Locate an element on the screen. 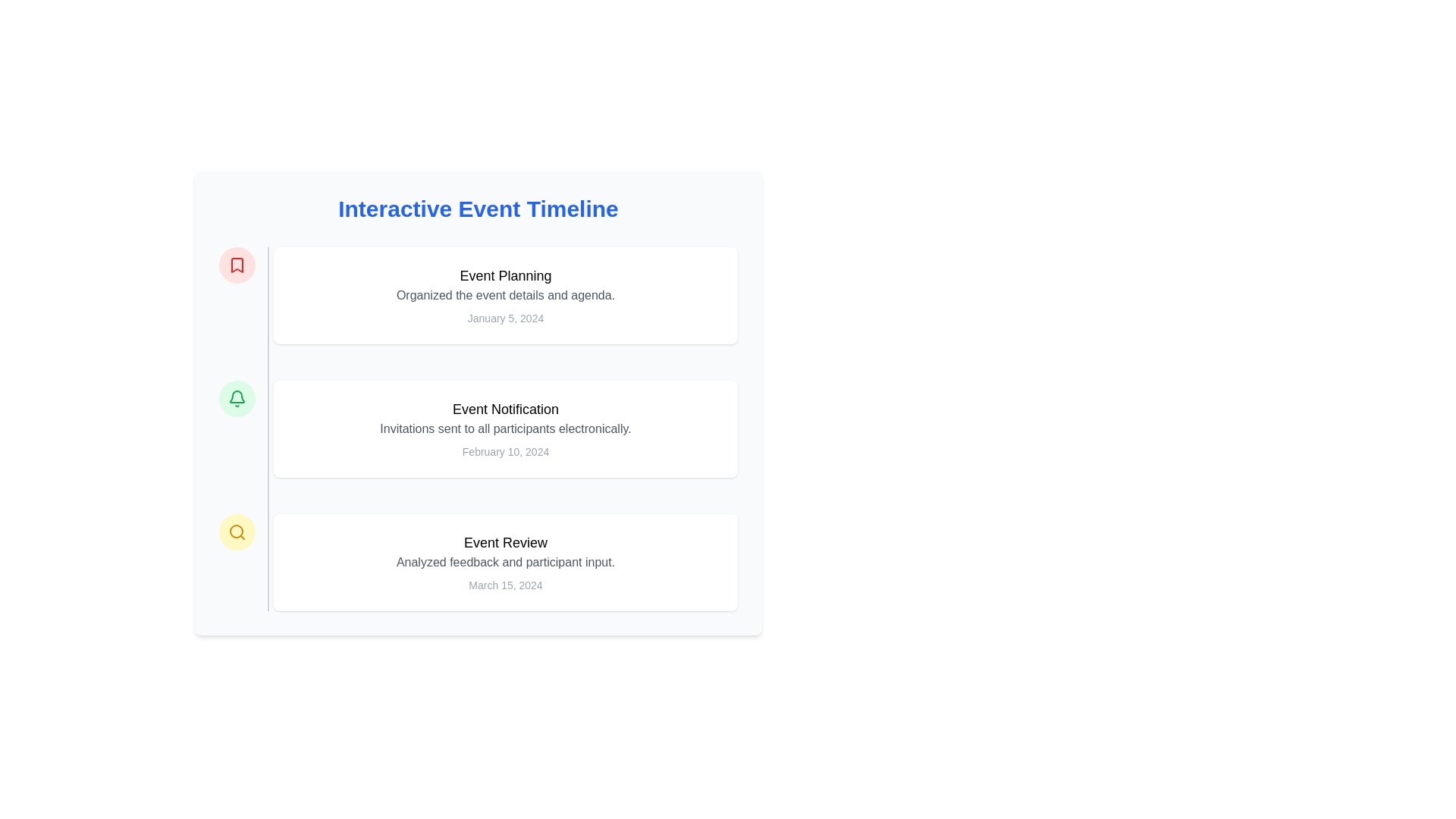 The width and height of the screenshot is (1456, 819). the text label displaying 'February 10, 2024', which is styled in small gray font and positioned at the bottom center of the card layout is located at coordinates (506, 451).